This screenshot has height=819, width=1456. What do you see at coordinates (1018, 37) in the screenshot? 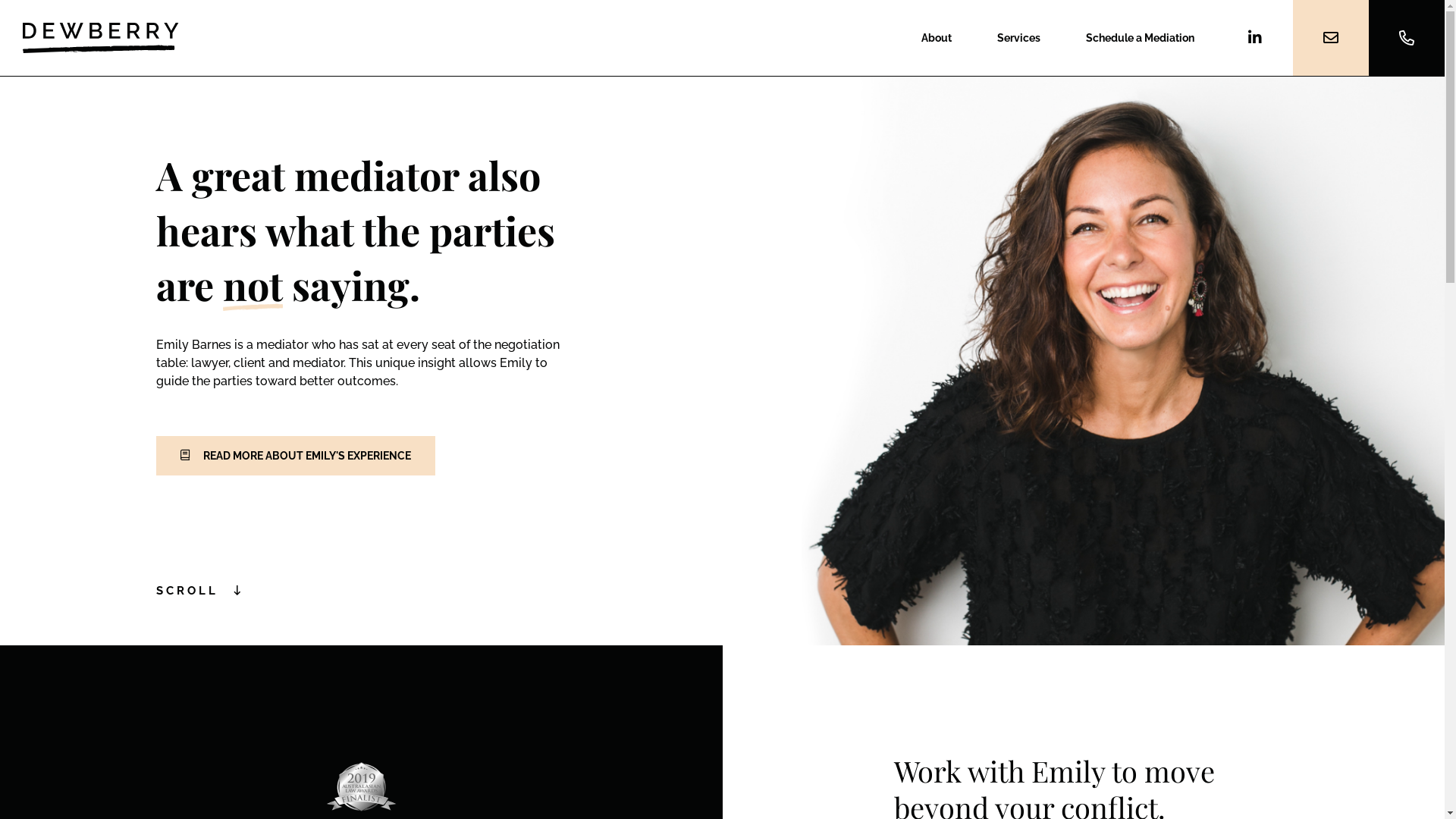
I see `'Services'` at bounding box center [1018, 37].